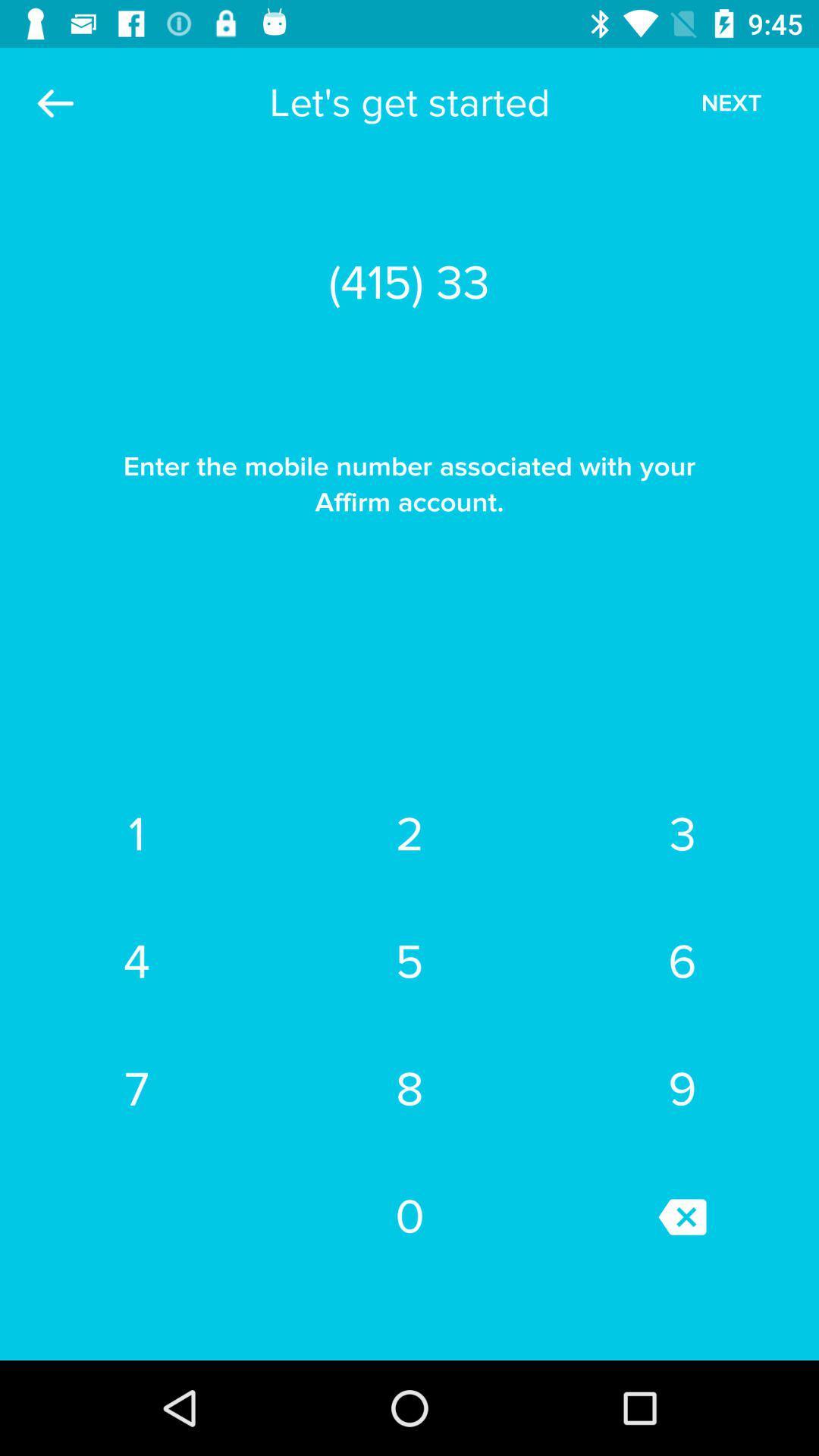 This screenshot has width=819, height=1456. I want to click on the item to the right of 8 item, so click(681, 1216).